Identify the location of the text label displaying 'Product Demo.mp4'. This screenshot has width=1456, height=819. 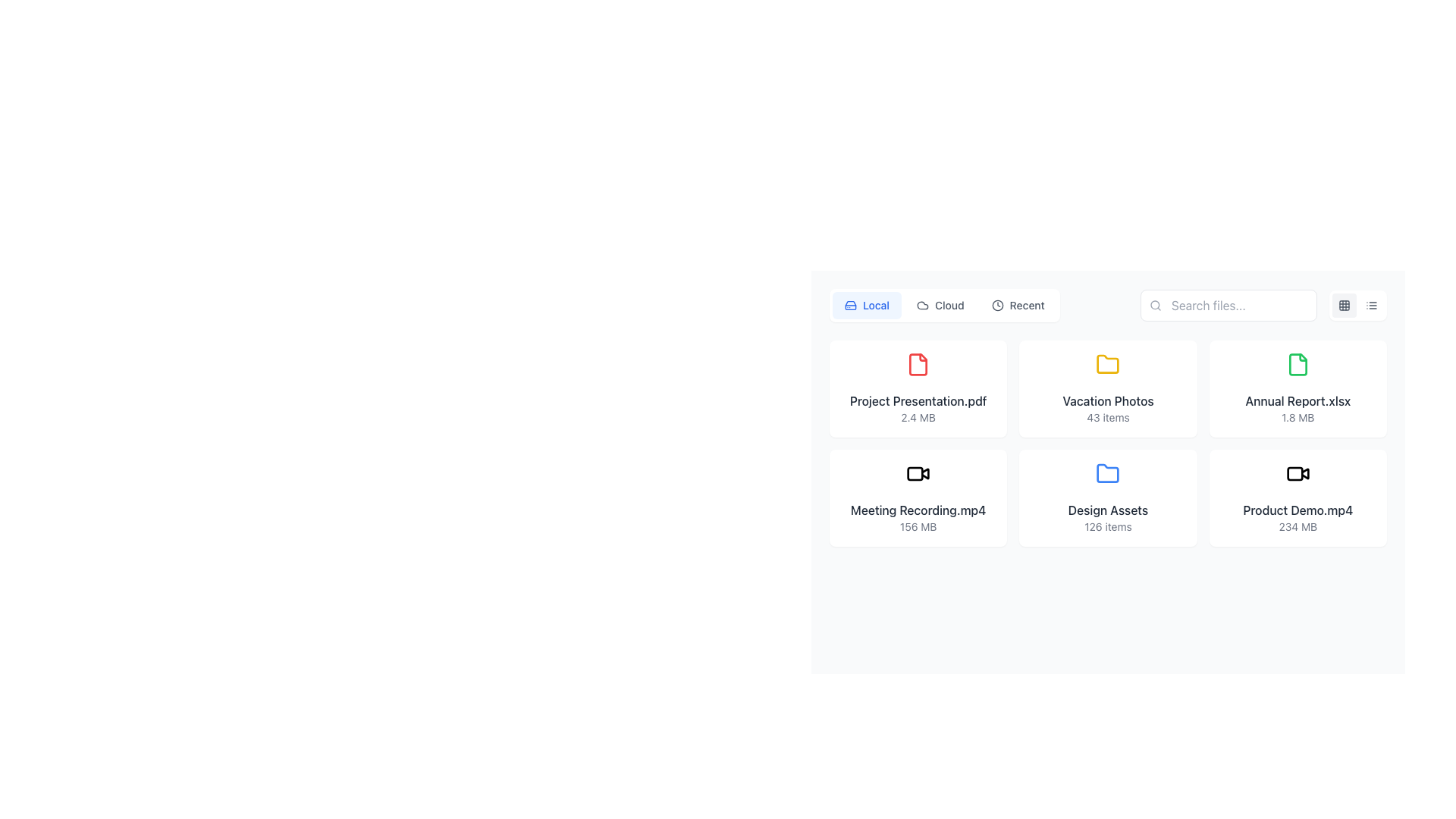
(1297, 510).